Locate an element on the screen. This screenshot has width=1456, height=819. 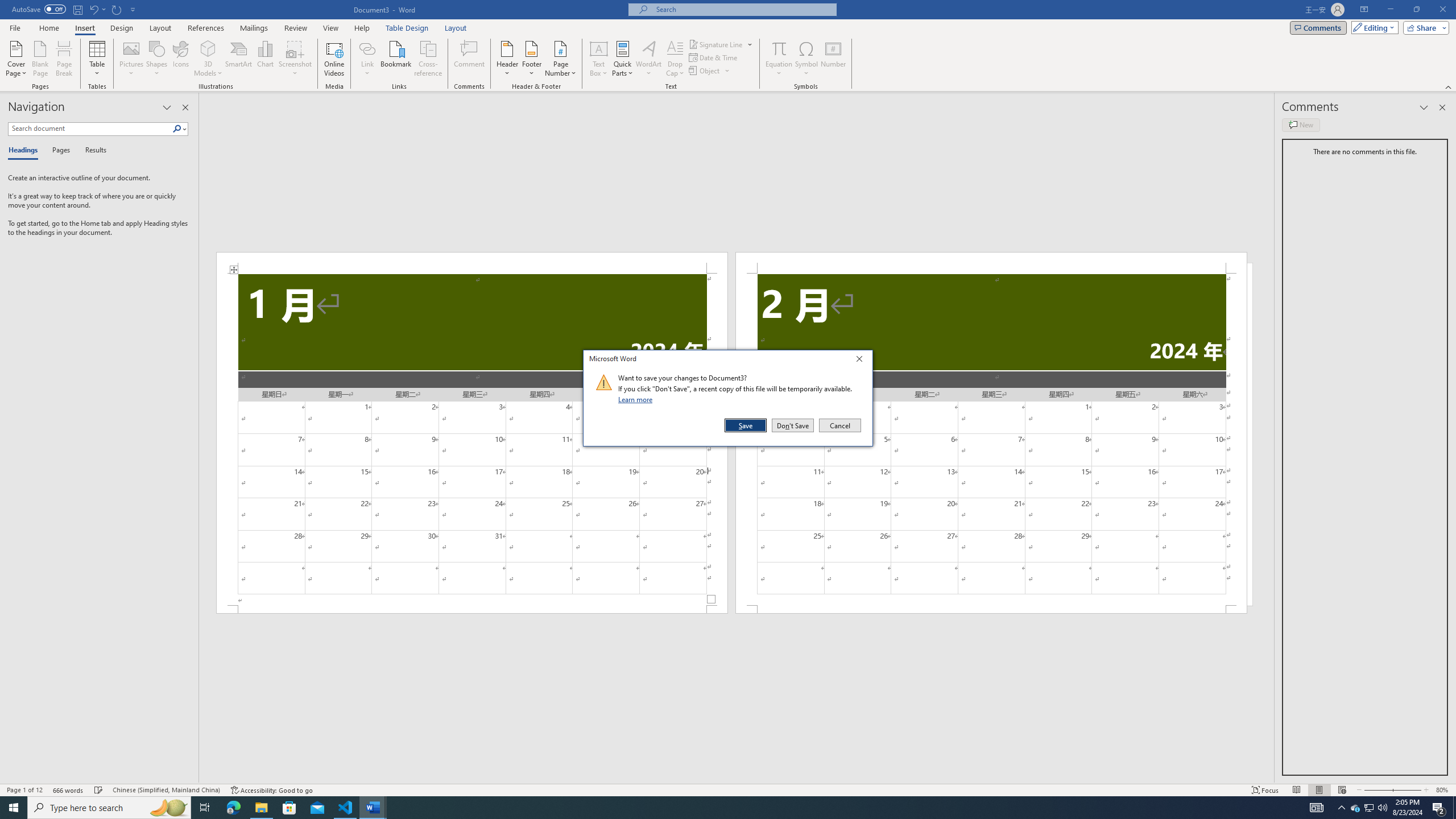
'Page Number' is located at coordinates (560, 59).